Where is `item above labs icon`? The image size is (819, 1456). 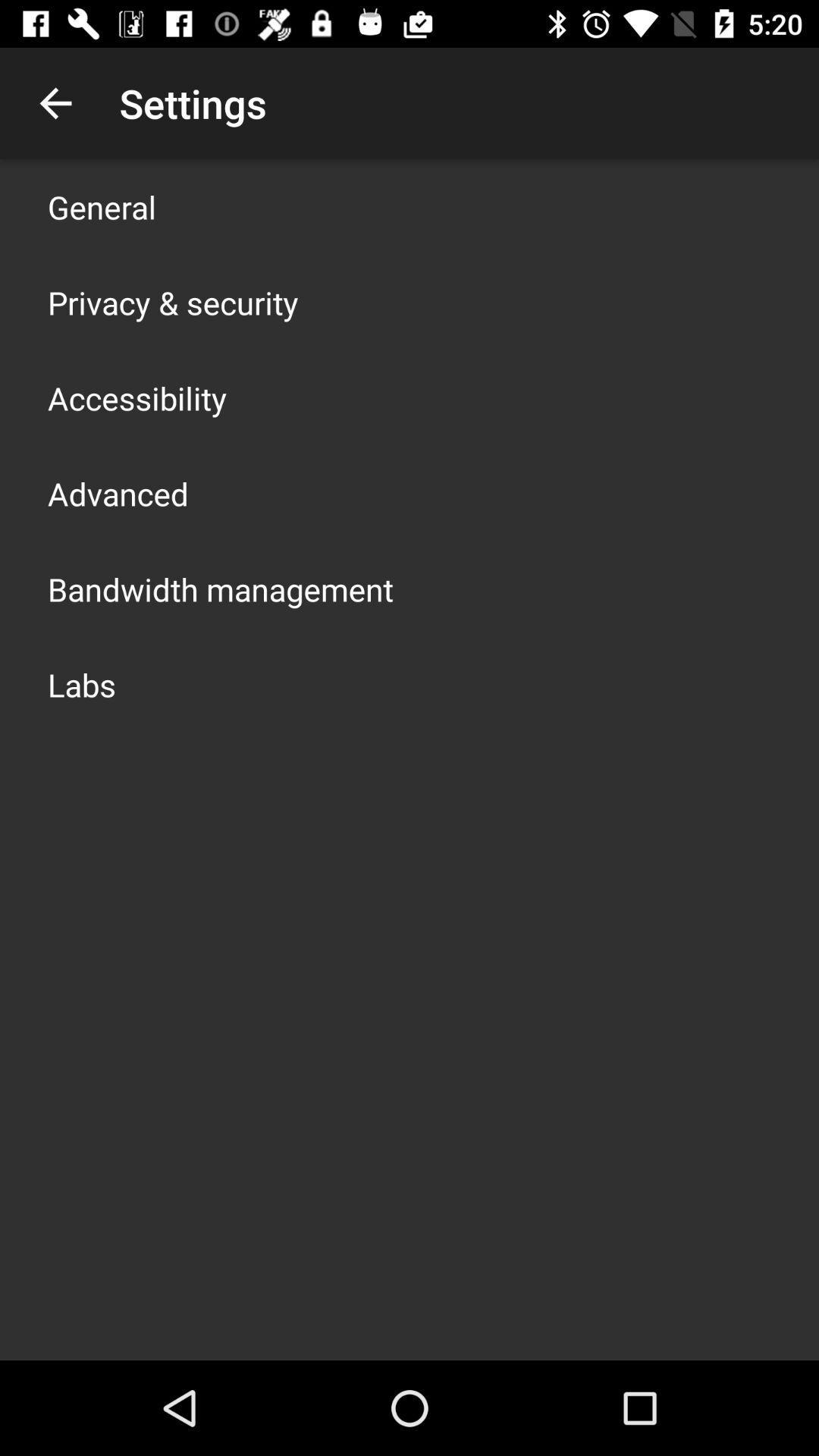 item above labs icon is located at coordinates (220, 588).